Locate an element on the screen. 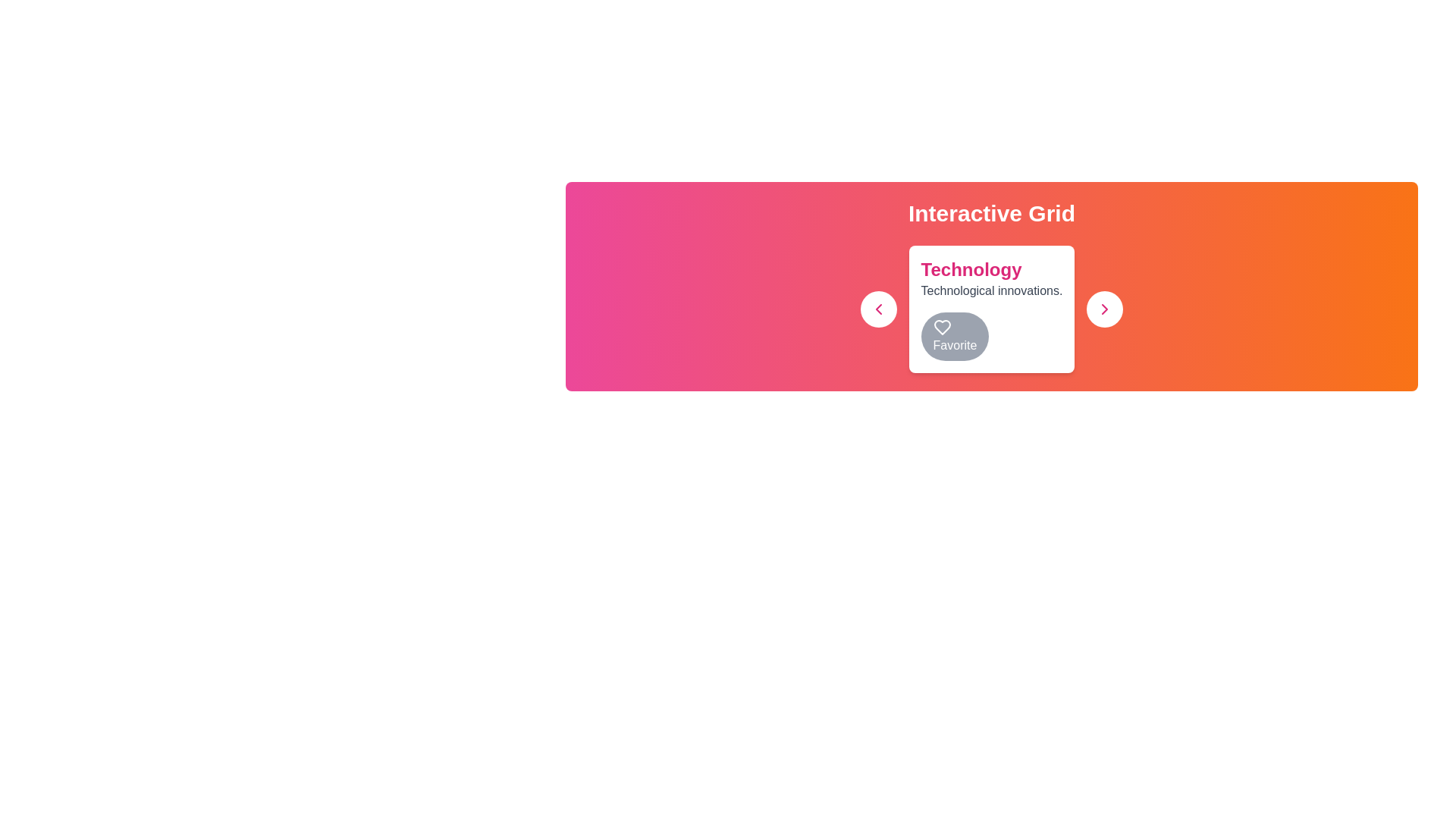 This screenshot has width=1456, height=819. the heart icon is located at coordinates (941, 327).